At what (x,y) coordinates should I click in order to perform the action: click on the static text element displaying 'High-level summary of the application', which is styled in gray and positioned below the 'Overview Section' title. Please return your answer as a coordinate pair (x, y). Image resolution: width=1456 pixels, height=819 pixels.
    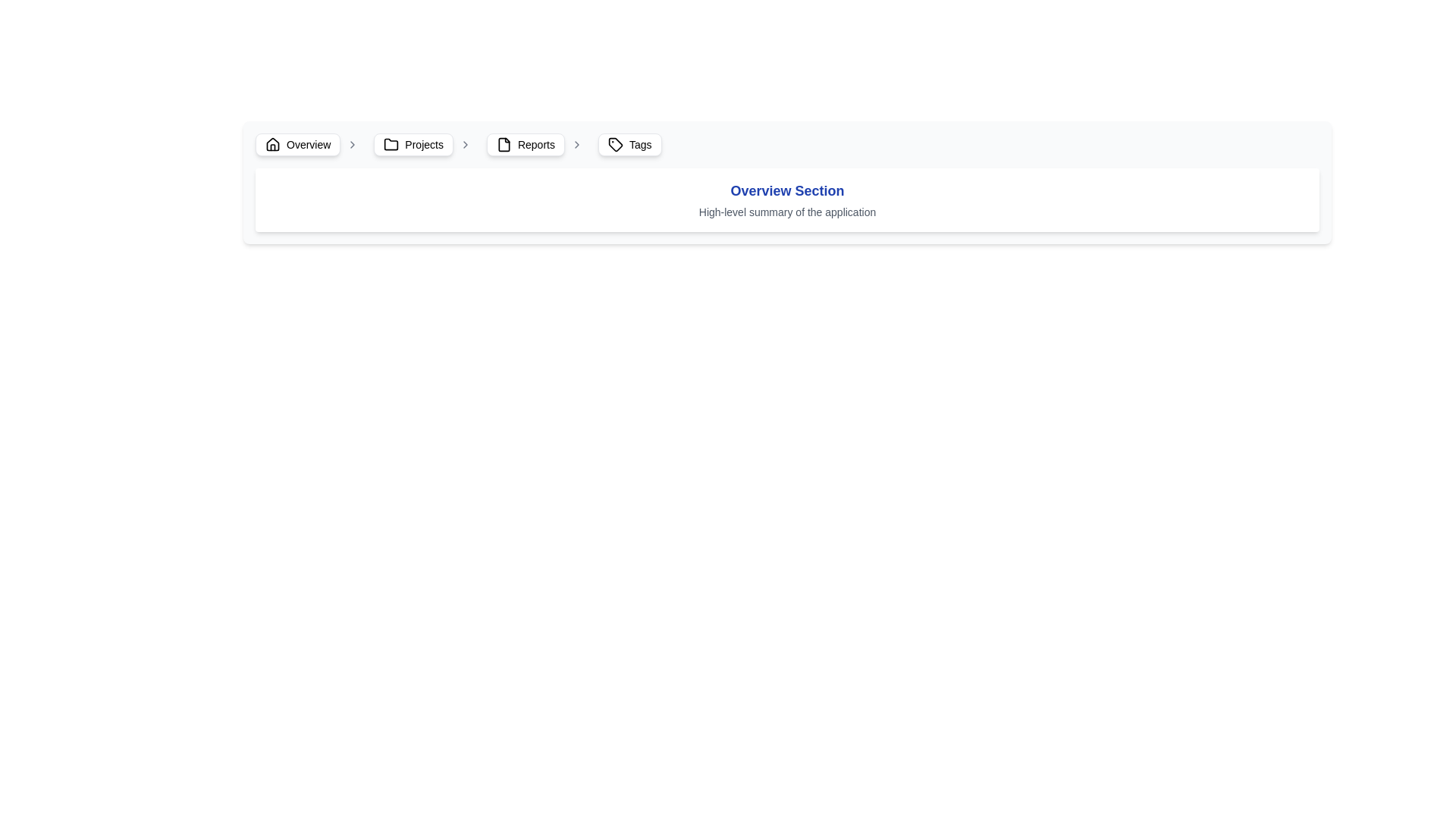
    Looking at the image, I should click on (787, 212).